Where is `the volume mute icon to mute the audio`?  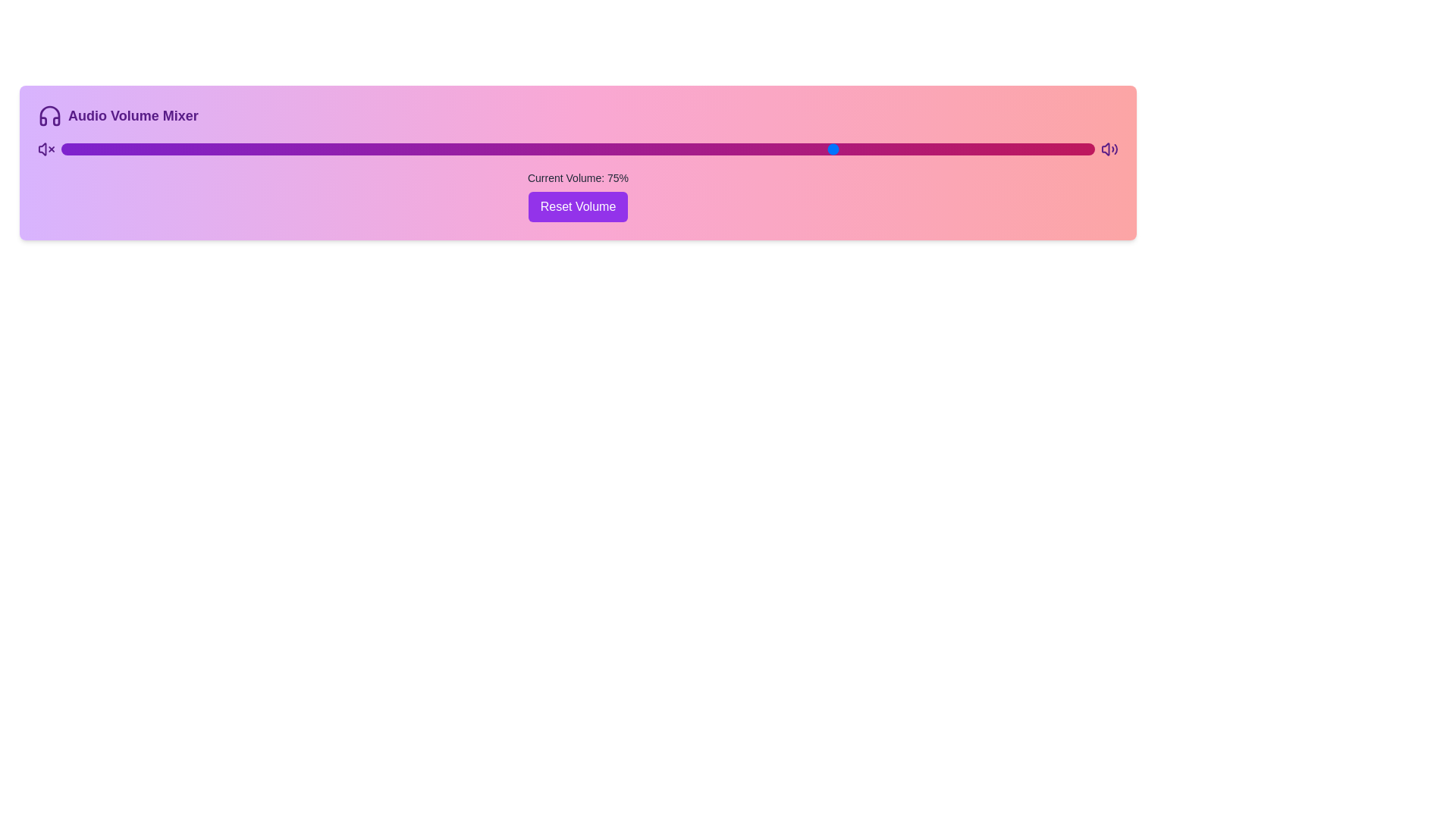
the volume mute icon to mute the audio is located at coordinates (46, 149).